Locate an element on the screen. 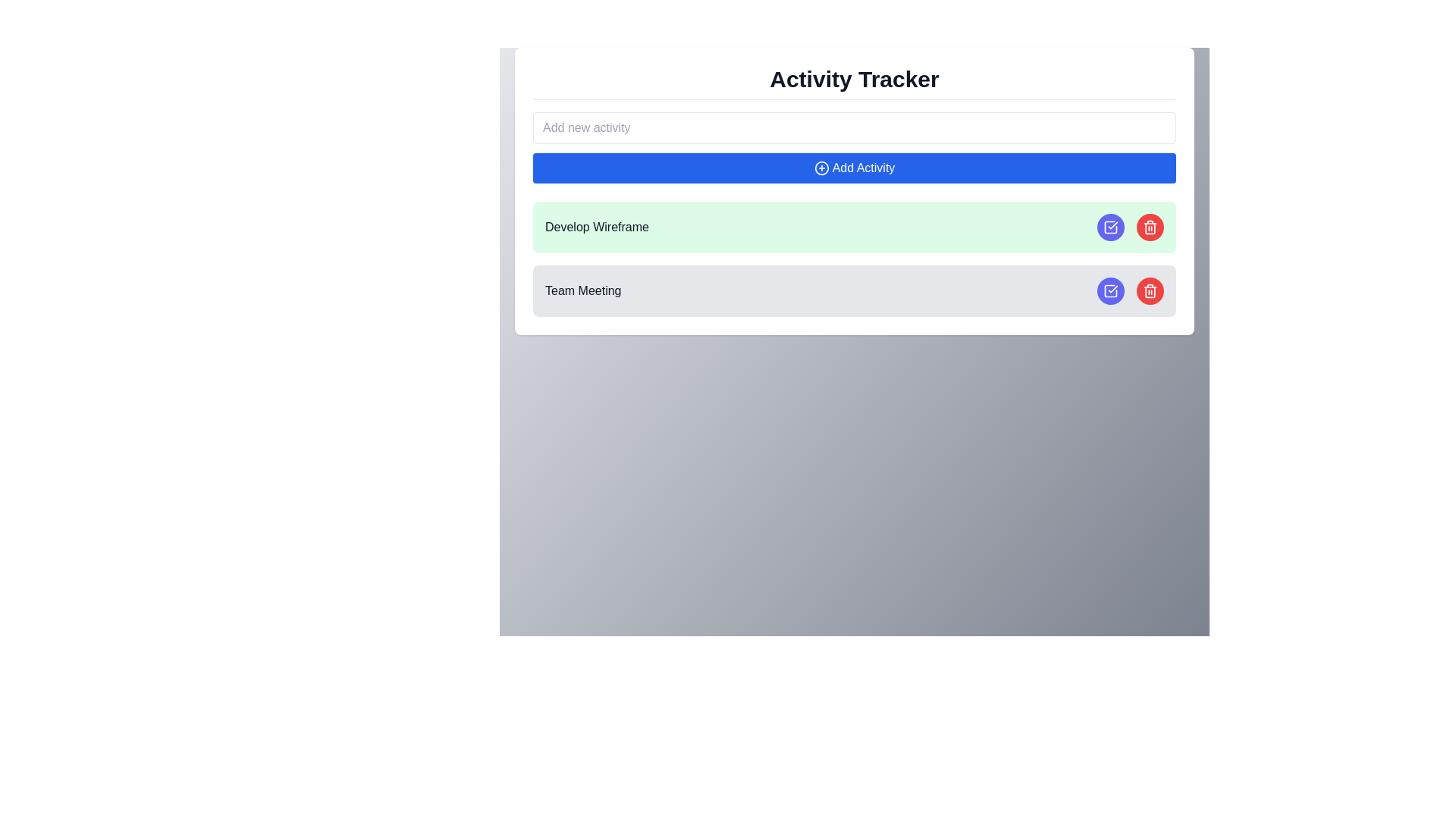 The width and height of the screenshot is (1456, 819). the trash icon inside the red circular button at the far right of the individual task entry is located at coordinates (1150, 291).